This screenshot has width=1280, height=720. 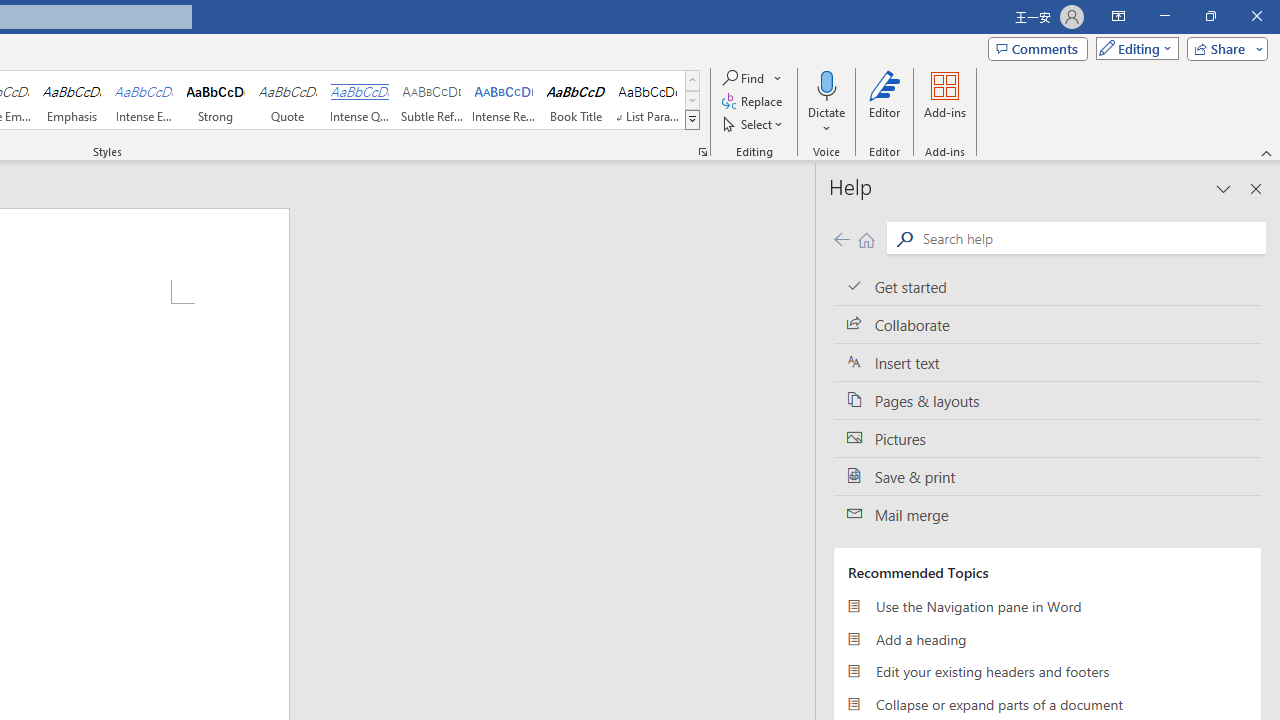 What do you see at coordinates (692, 120) in the screenshot?
I see `'Styles'` at bounding box center [692, 120].